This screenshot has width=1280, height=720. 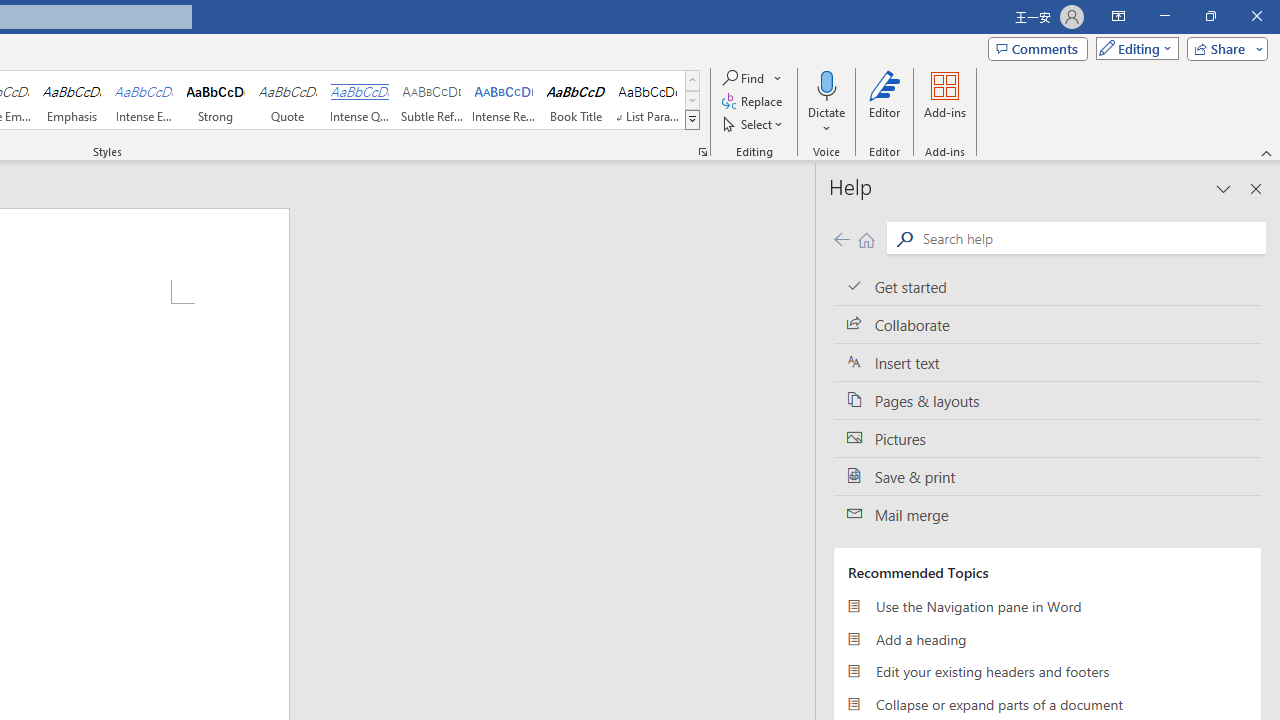 What do you see at coordinates (692, 120) in the screenshot?
I see `'Styles'` at bounding box center [692, 120].